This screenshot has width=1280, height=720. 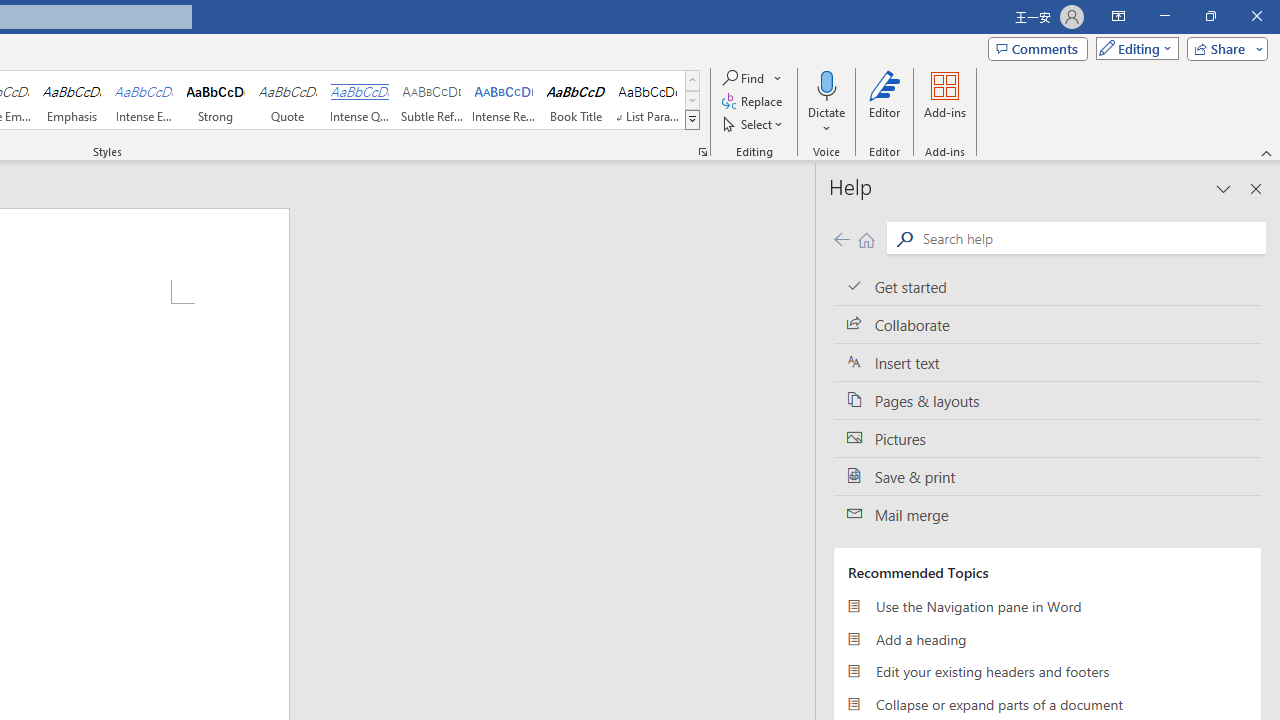 What do you see at coordinates (692, 120) in the screenshot?
I see `'Styles'` at bounding box center [692, 120].